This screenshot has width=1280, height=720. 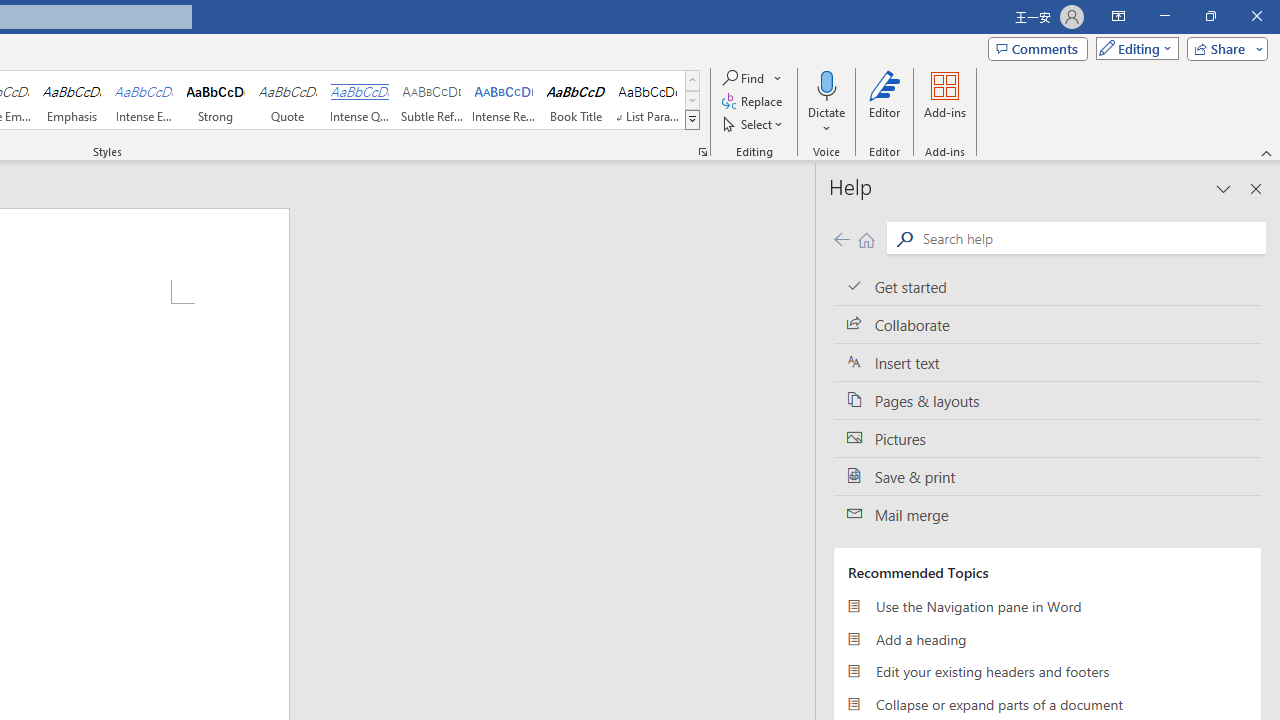 What do you see at coordinates (692, 120) in the screenshot?
I see `'Styles'` at bounding box center [692, 120].